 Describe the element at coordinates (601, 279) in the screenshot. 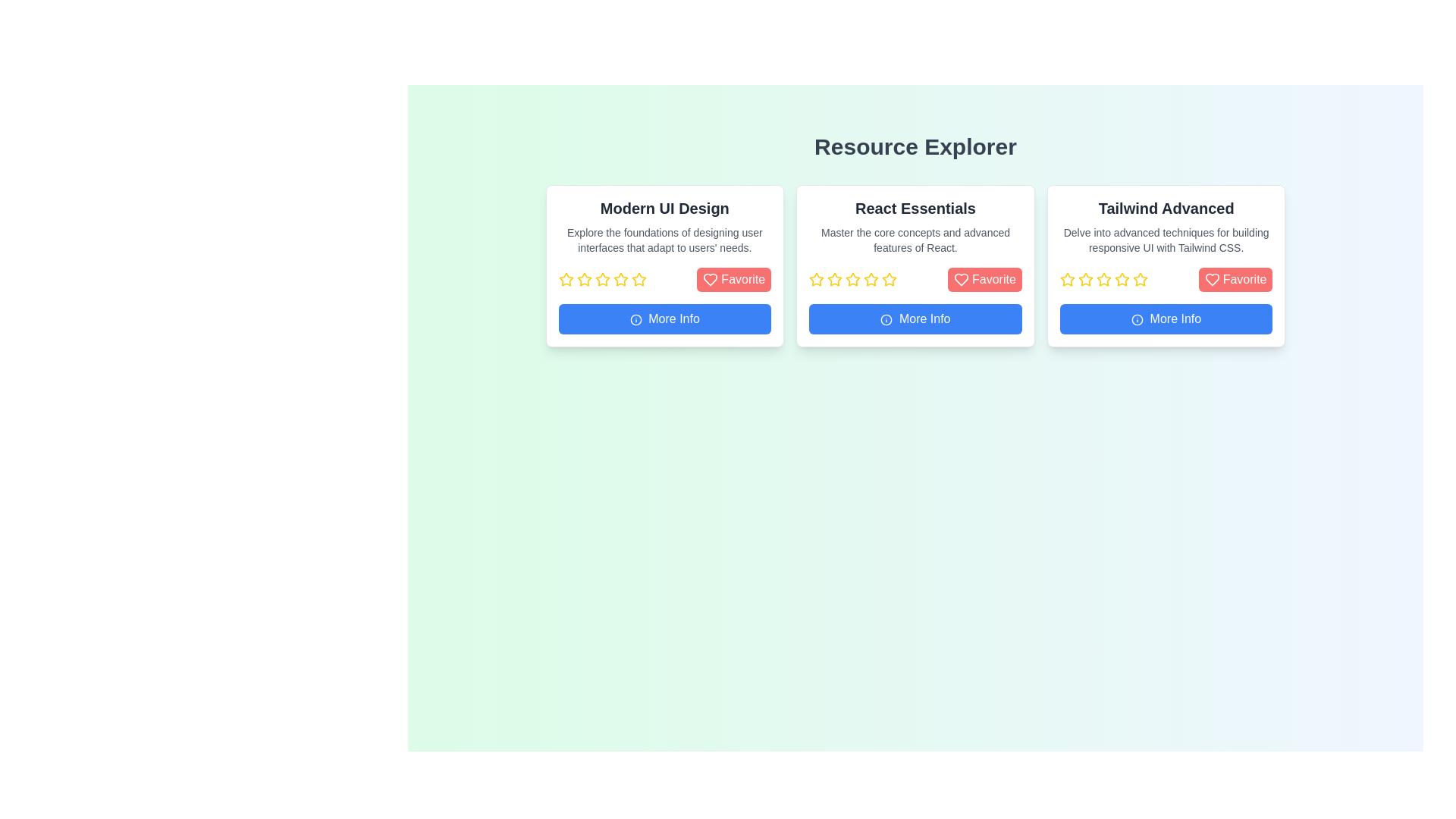

I see `the second star-shaped icon in the rating system, which is yellow with a hollow center` at that location.